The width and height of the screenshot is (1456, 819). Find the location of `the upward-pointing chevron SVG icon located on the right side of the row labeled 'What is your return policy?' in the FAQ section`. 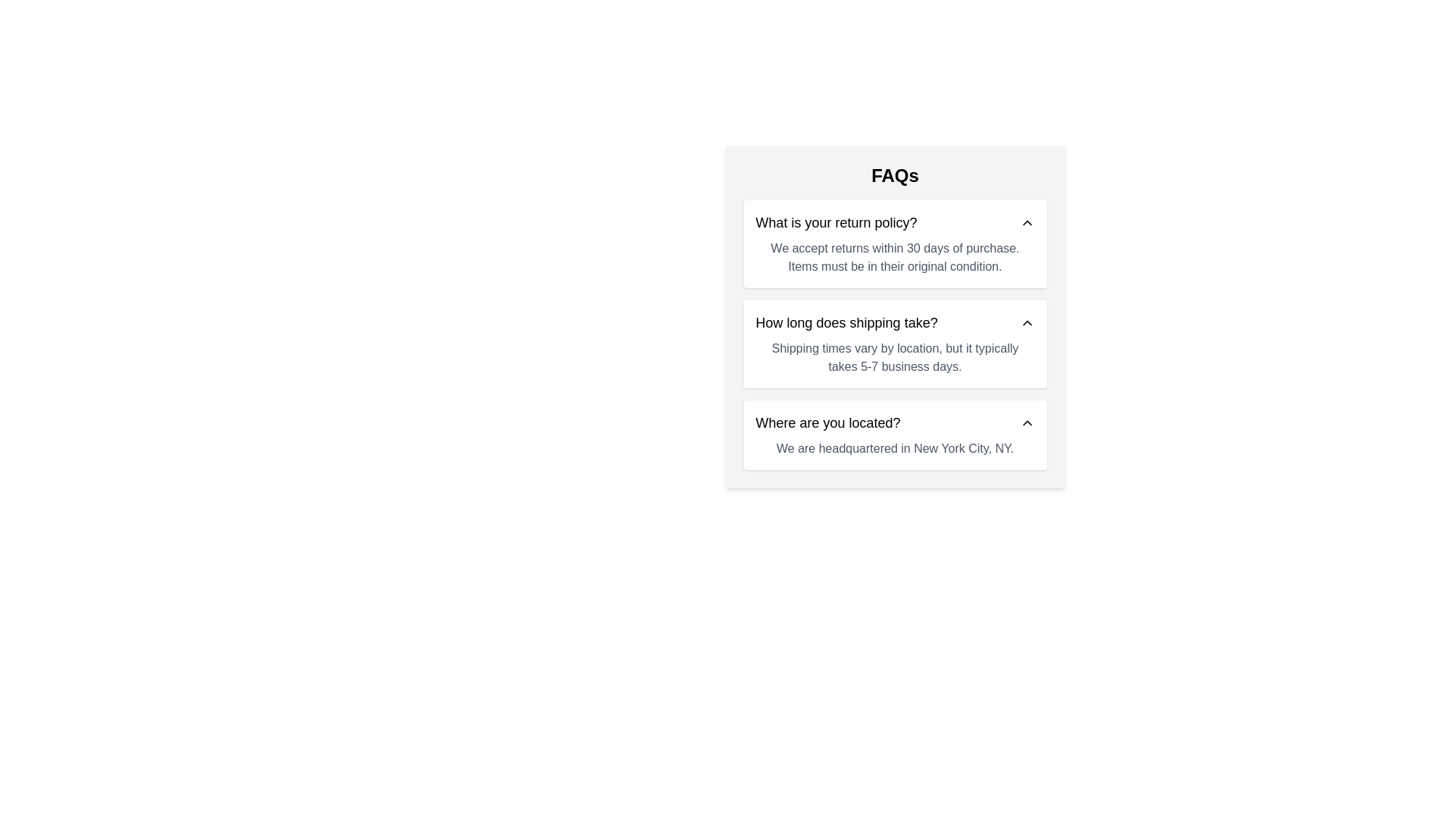

the upward-pointing chevron SVG icon located on the right side of the row labeled 'What is your return policy?' in the FAQ section is located at coordinates (1027, 222).